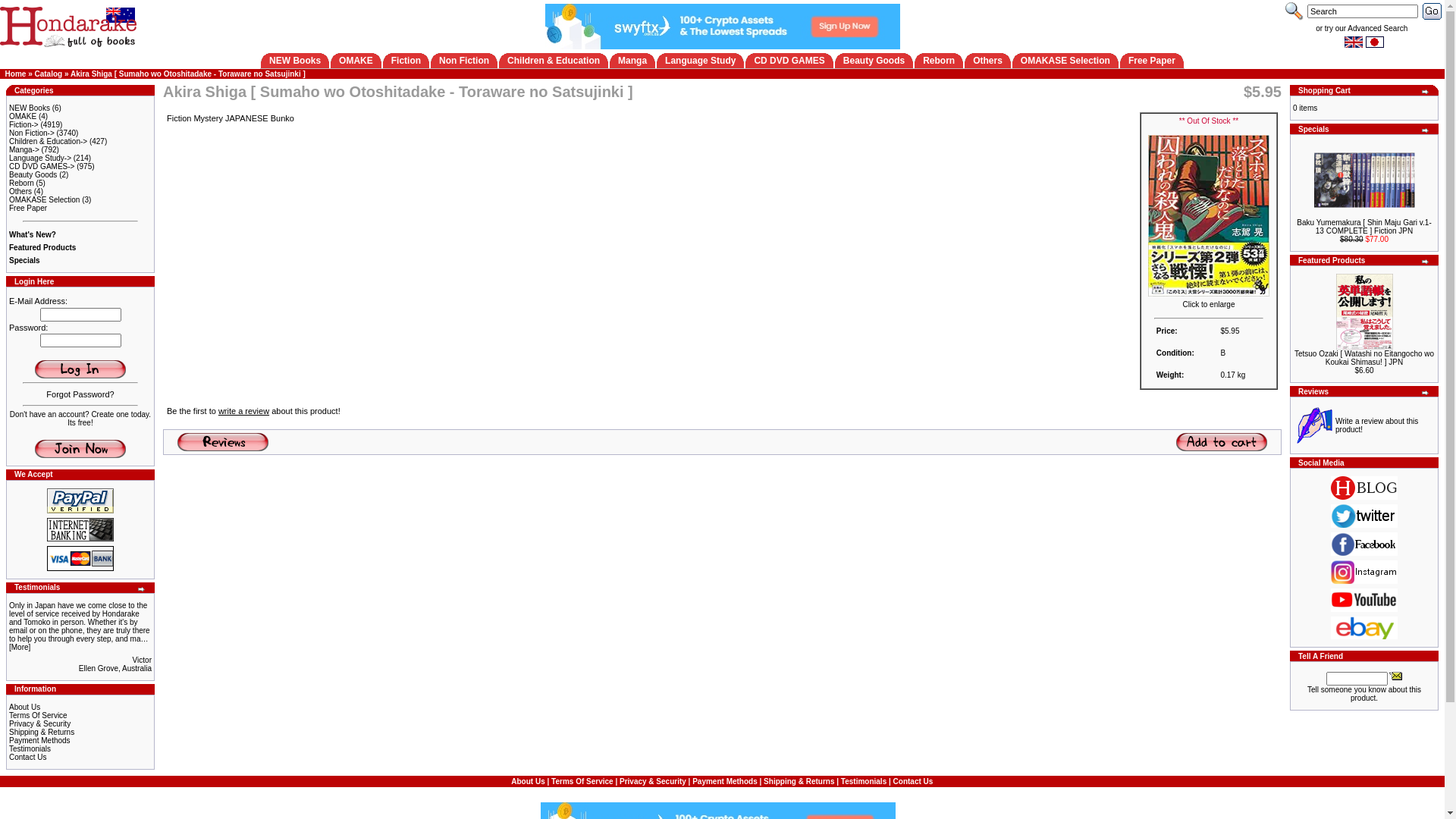  What do you see at coordinates (67, 26) in the screenshot?
I see `' FULL OF BOOKS Online '` at bounding box center [67, 26].